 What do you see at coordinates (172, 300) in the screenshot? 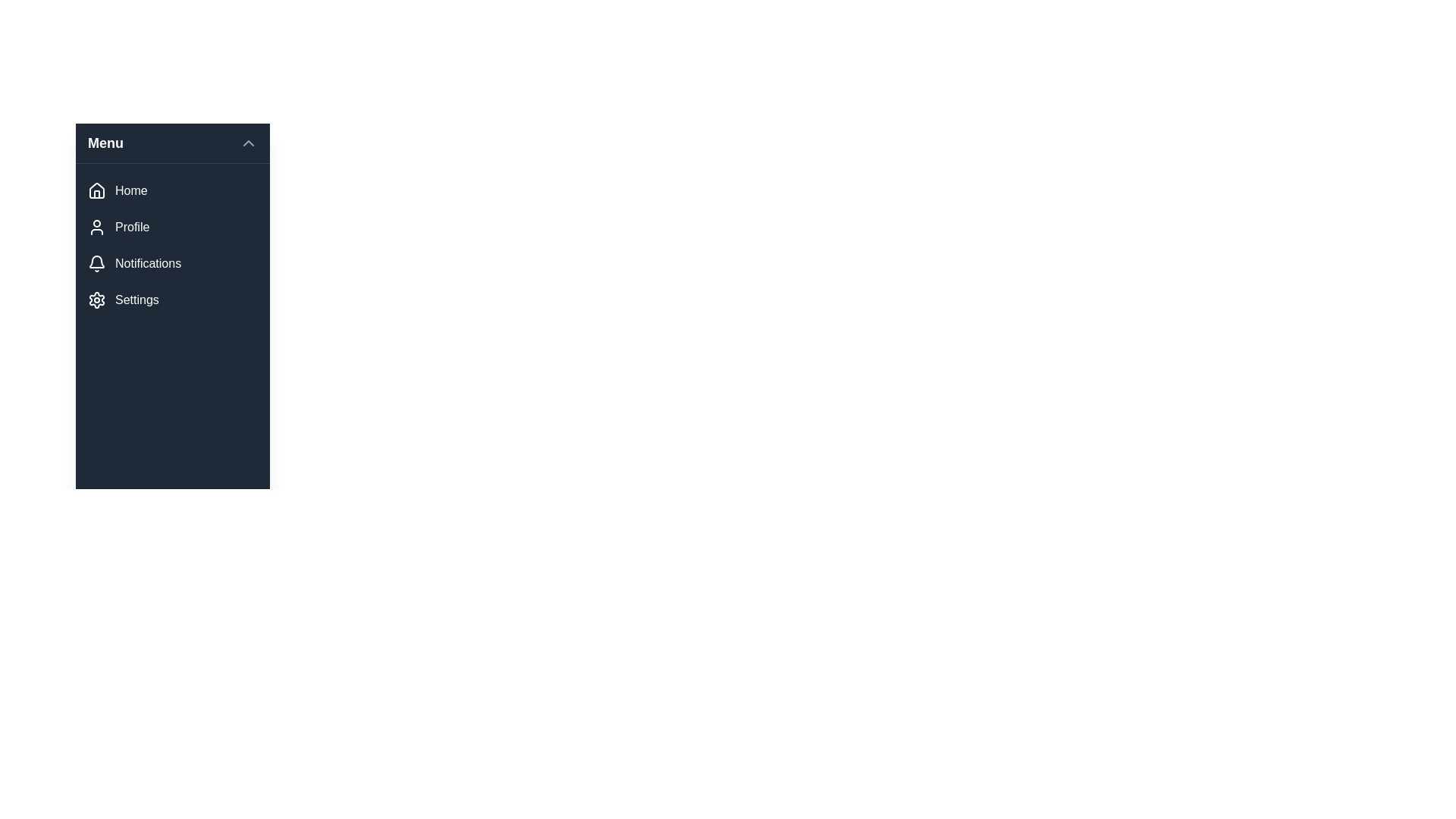
I see `the settings button located in the sidebar menu, which is the fourth item in the vertical list, positioned below the 'Notifications' button` at bounding box center [172, 300].